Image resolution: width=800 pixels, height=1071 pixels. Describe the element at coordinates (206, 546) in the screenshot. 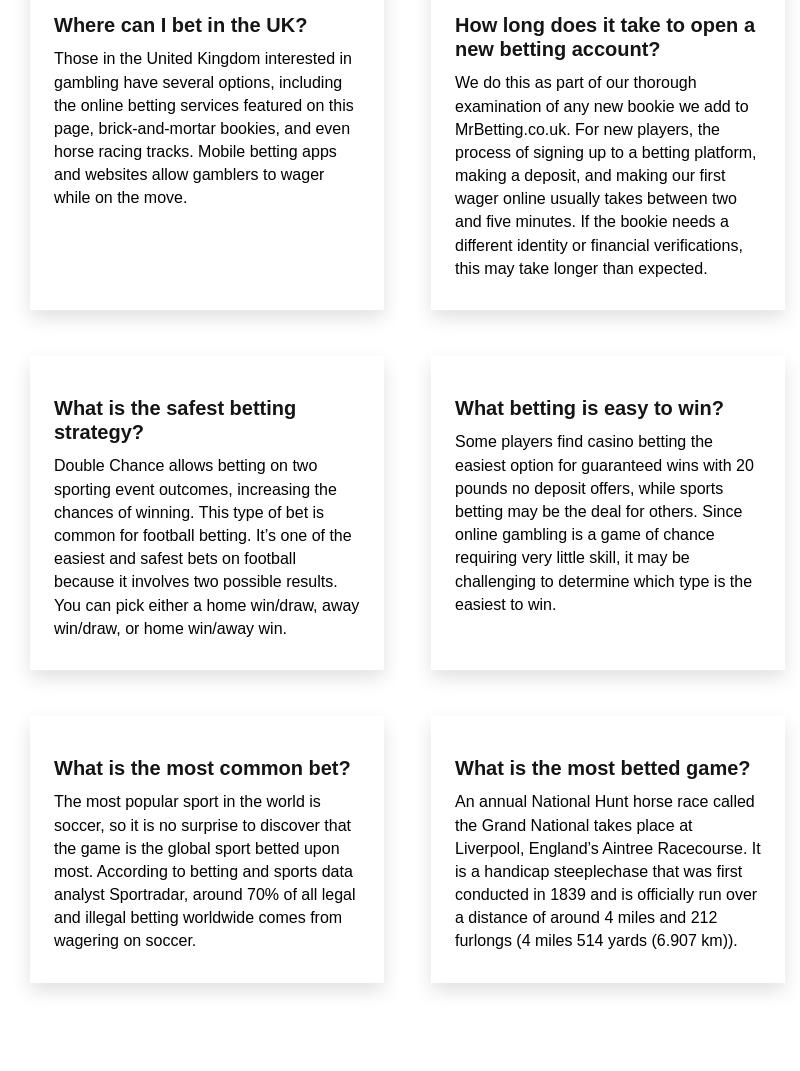

I see `'Double Chance allows betting on two sporting event outcomes, increasing the chances of winning. This type of bet is common for football betting. It’s one of the easiest and safest bets on football because it involves two possible results. You can pick either a home win/draw, away win/draw, or home win/away win.'` at that location.